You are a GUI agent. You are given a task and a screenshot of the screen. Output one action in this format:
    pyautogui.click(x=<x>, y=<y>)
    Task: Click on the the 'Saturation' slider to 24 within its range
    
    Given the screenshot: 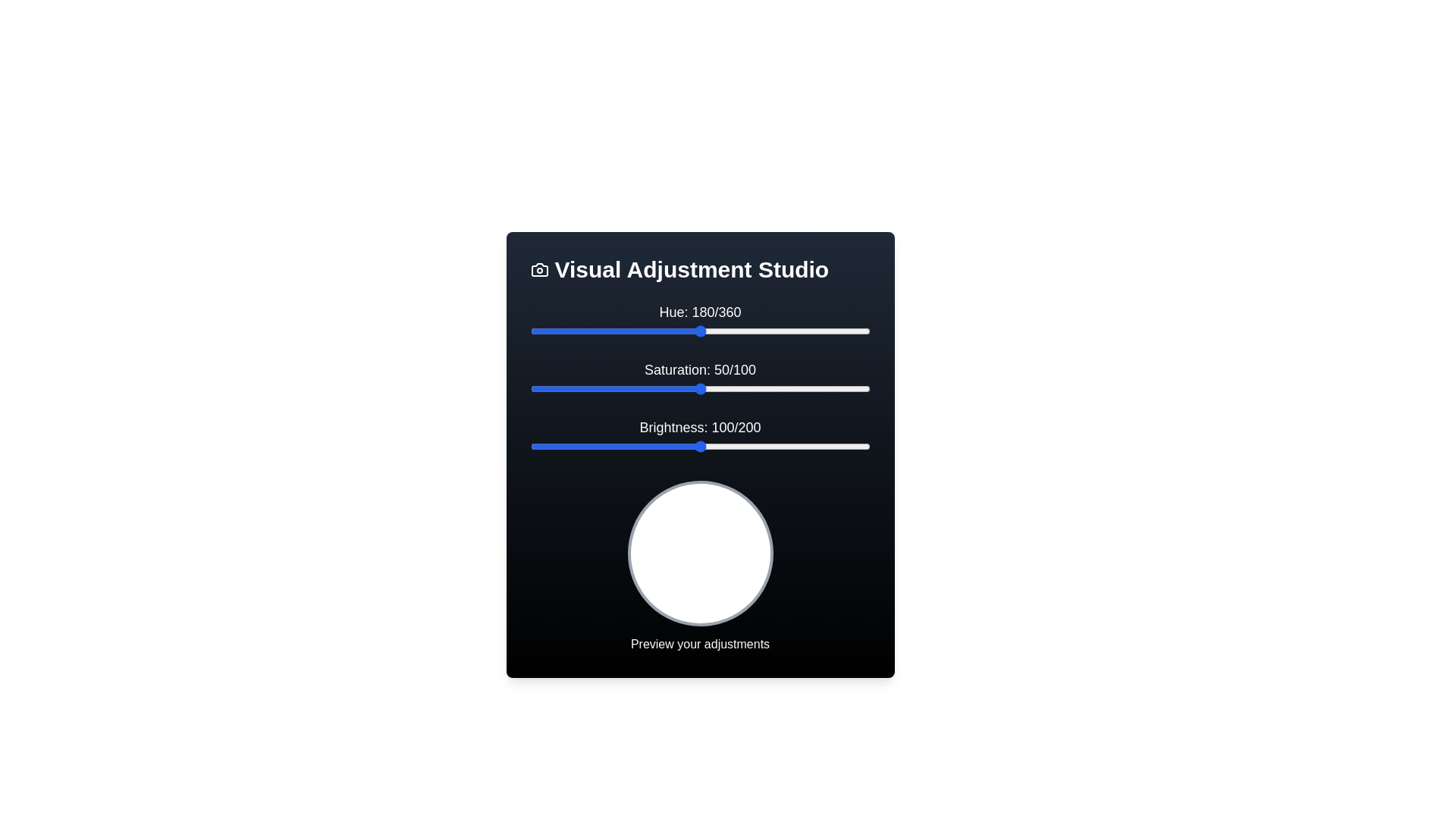 What is the action you would take?
    pyautogui.click(x=611, y=388)
    